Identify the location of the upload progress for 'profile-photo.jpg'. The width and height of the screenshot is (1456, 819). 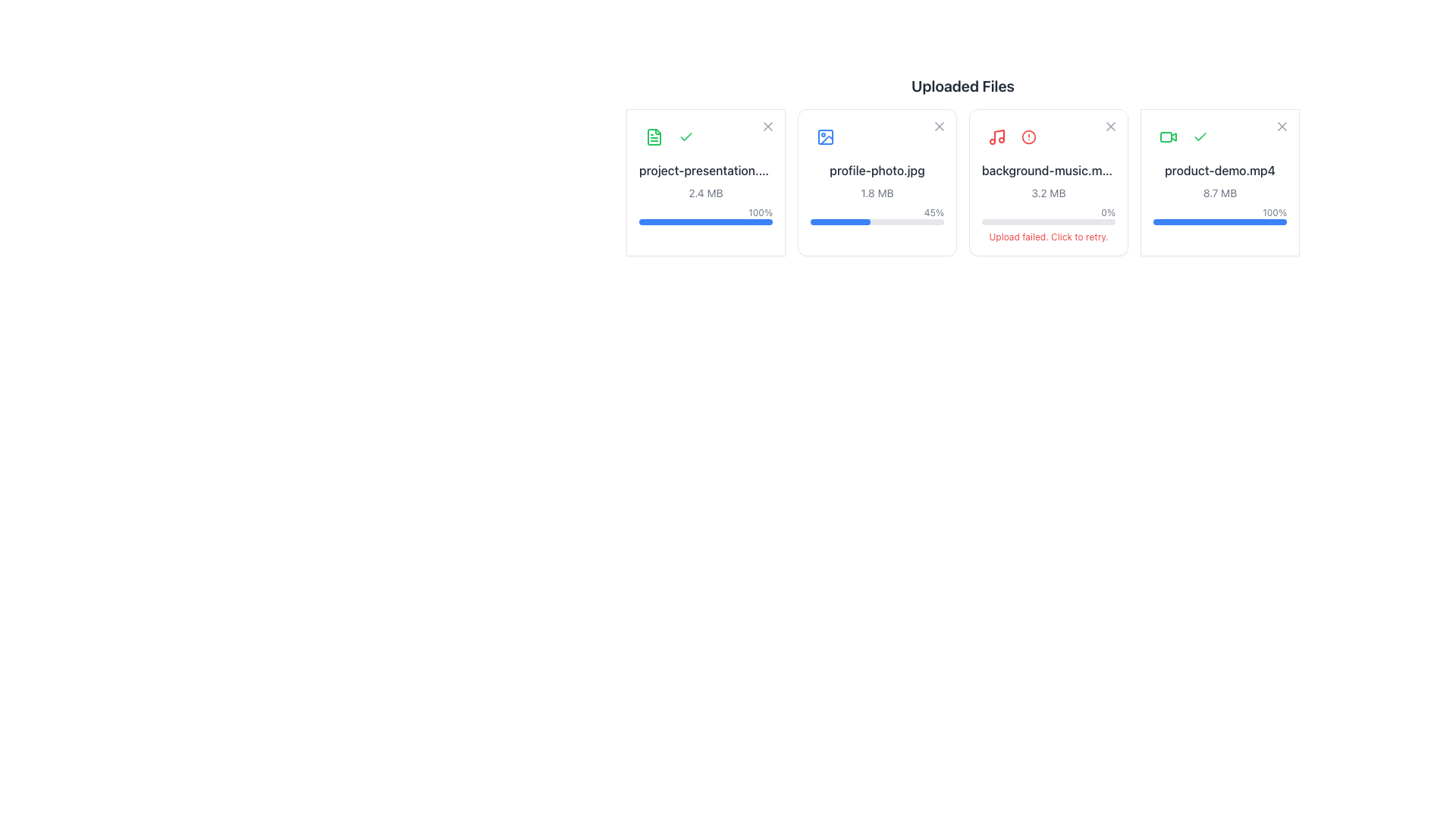
(904, 222).